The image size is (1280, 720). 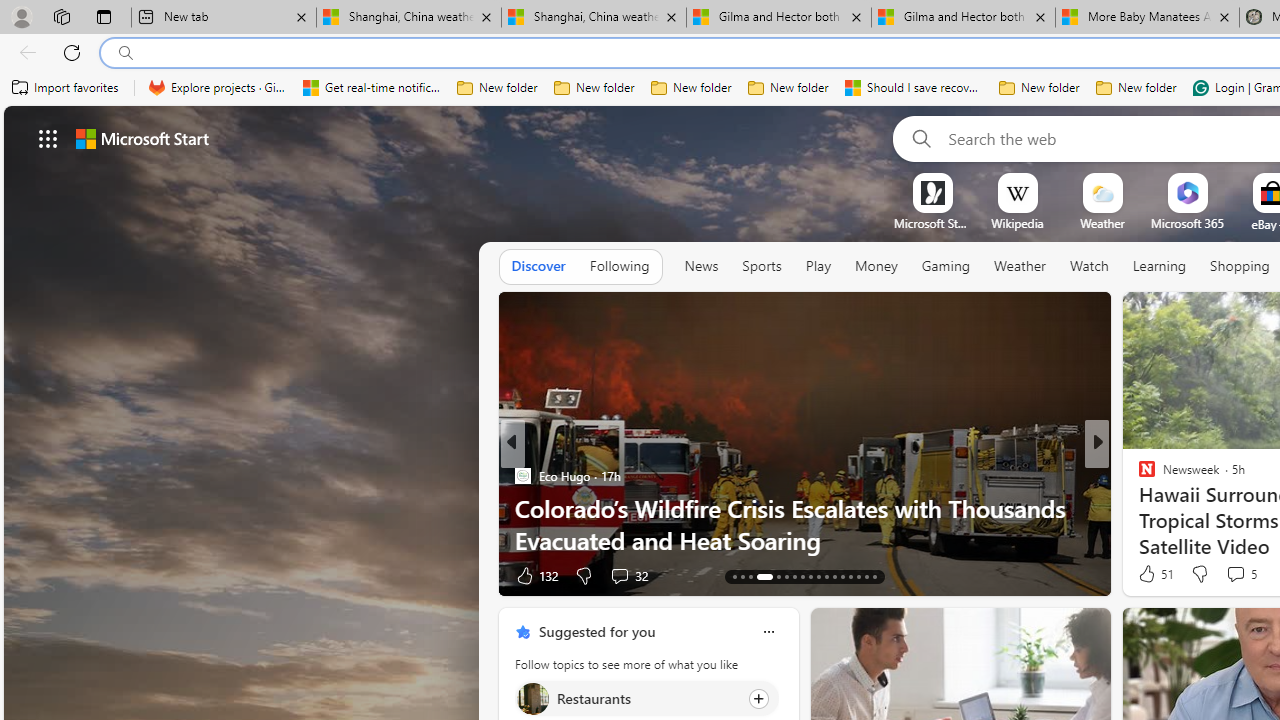 What do you see at coordinates (850, 577) in the screenshot?
I see `'AutomationID: tab-30'` at bounding box center [850, 577].